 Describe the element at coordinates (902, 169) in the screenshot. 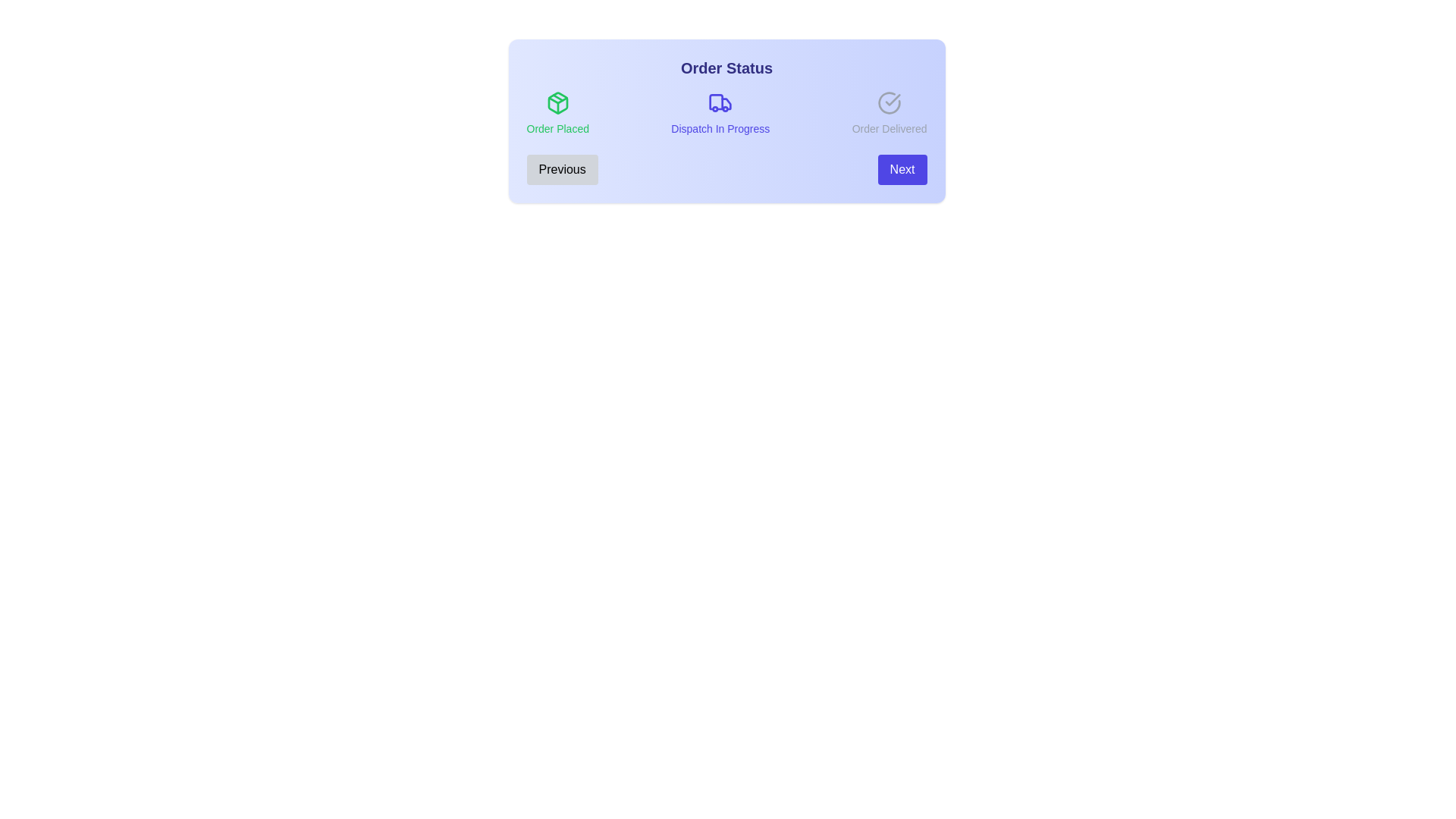

I see `the 'Next' button with a blue background and white text, which is positioned to the far right of the button group below the 'Order Status' panel` at that location.